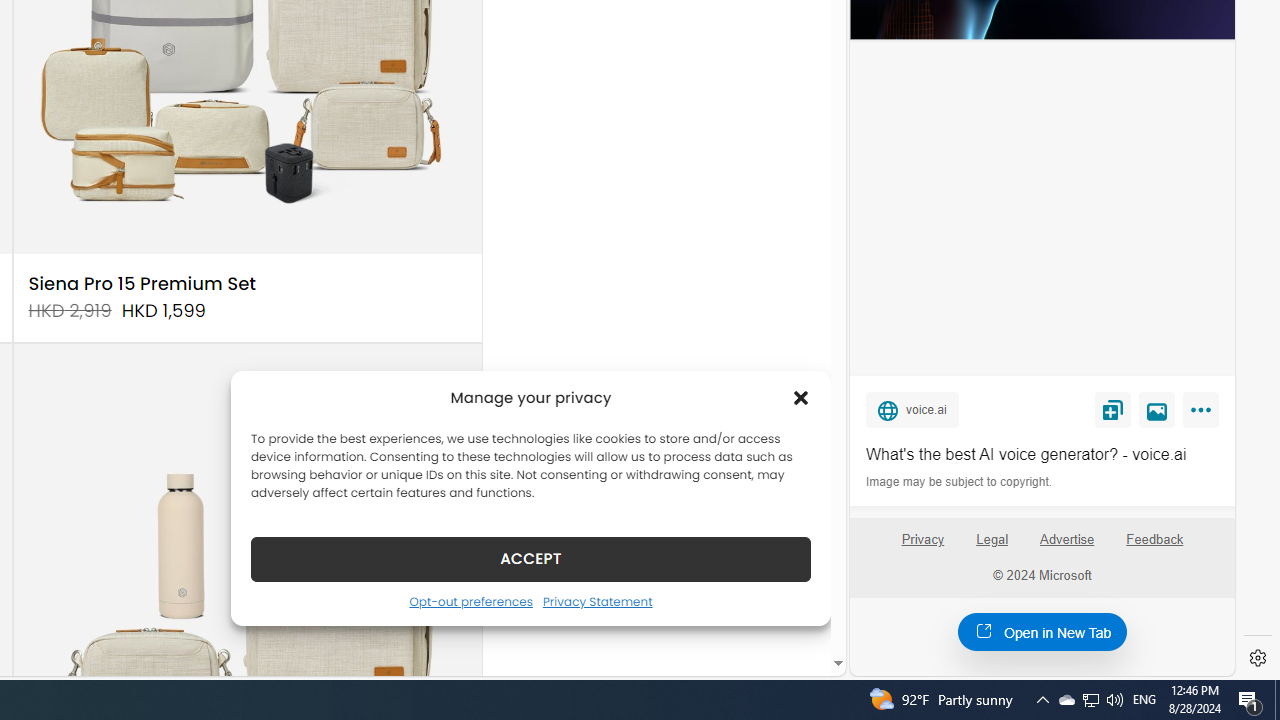  Describe the element at coordinates (470, 600) in the screenshot. I see `'Opt-out preferences'` at that location.